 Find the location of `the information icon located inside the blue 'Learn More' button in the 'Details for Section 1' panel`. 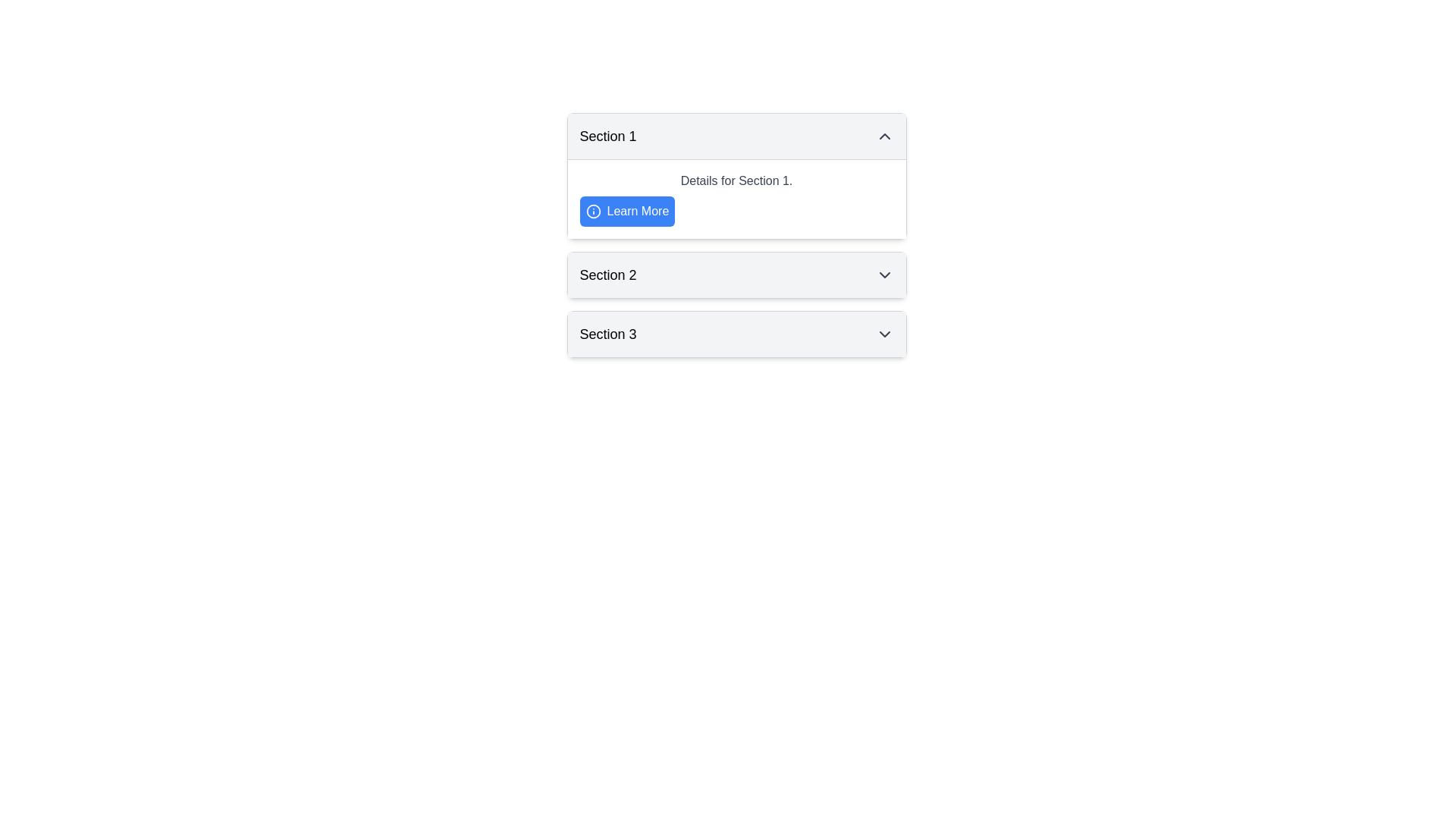

the information icon located inside the blue 'Learn More' button in the 'Details for Section 1' panel is located at coordinates (592, 211).